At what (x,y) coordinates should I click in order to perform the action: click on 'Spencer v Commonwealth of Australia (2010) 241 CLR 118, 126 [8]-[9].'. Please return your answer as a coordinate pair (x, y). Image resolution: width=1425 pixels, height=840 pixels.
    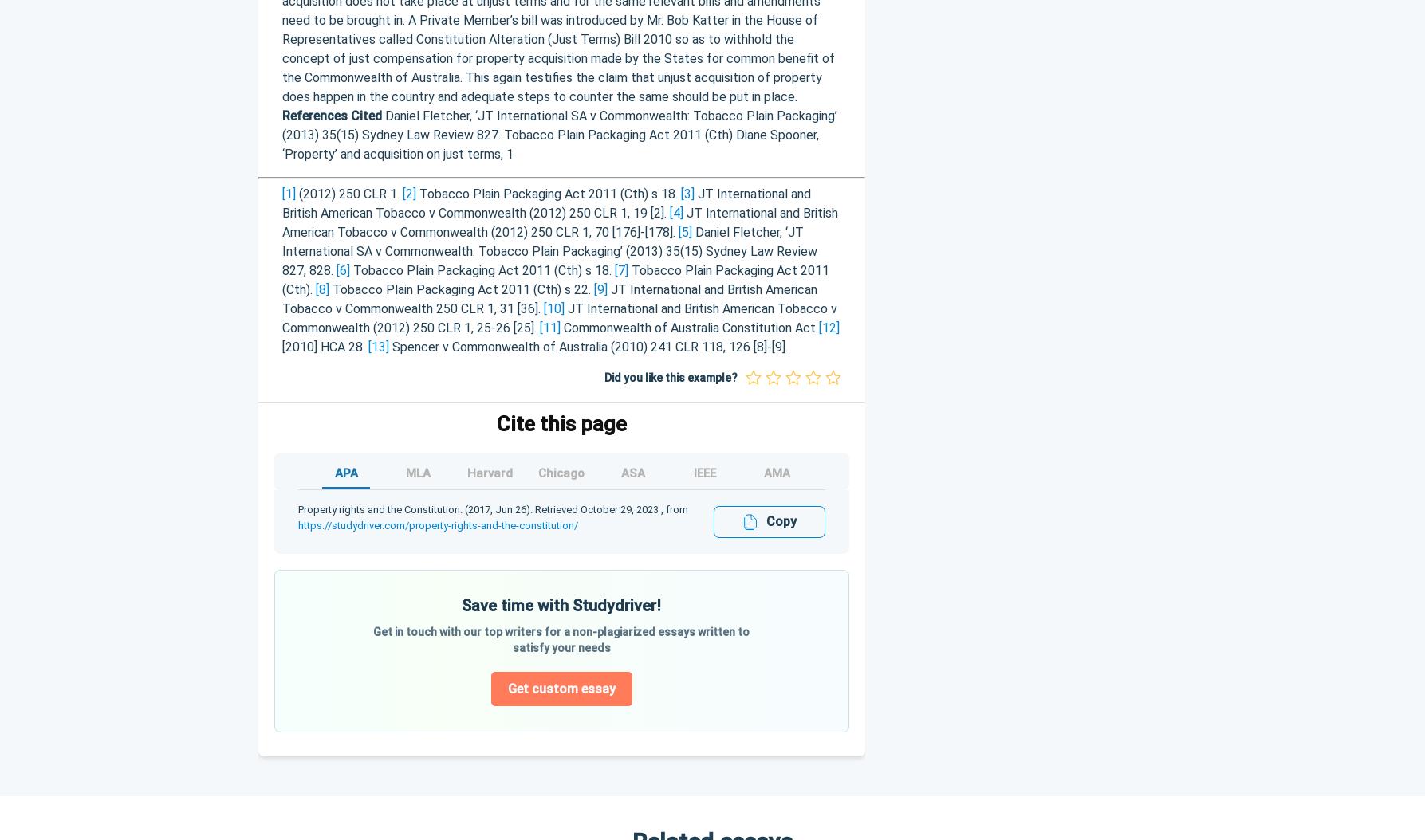
    Looking at the image, I should click on (388, 346).